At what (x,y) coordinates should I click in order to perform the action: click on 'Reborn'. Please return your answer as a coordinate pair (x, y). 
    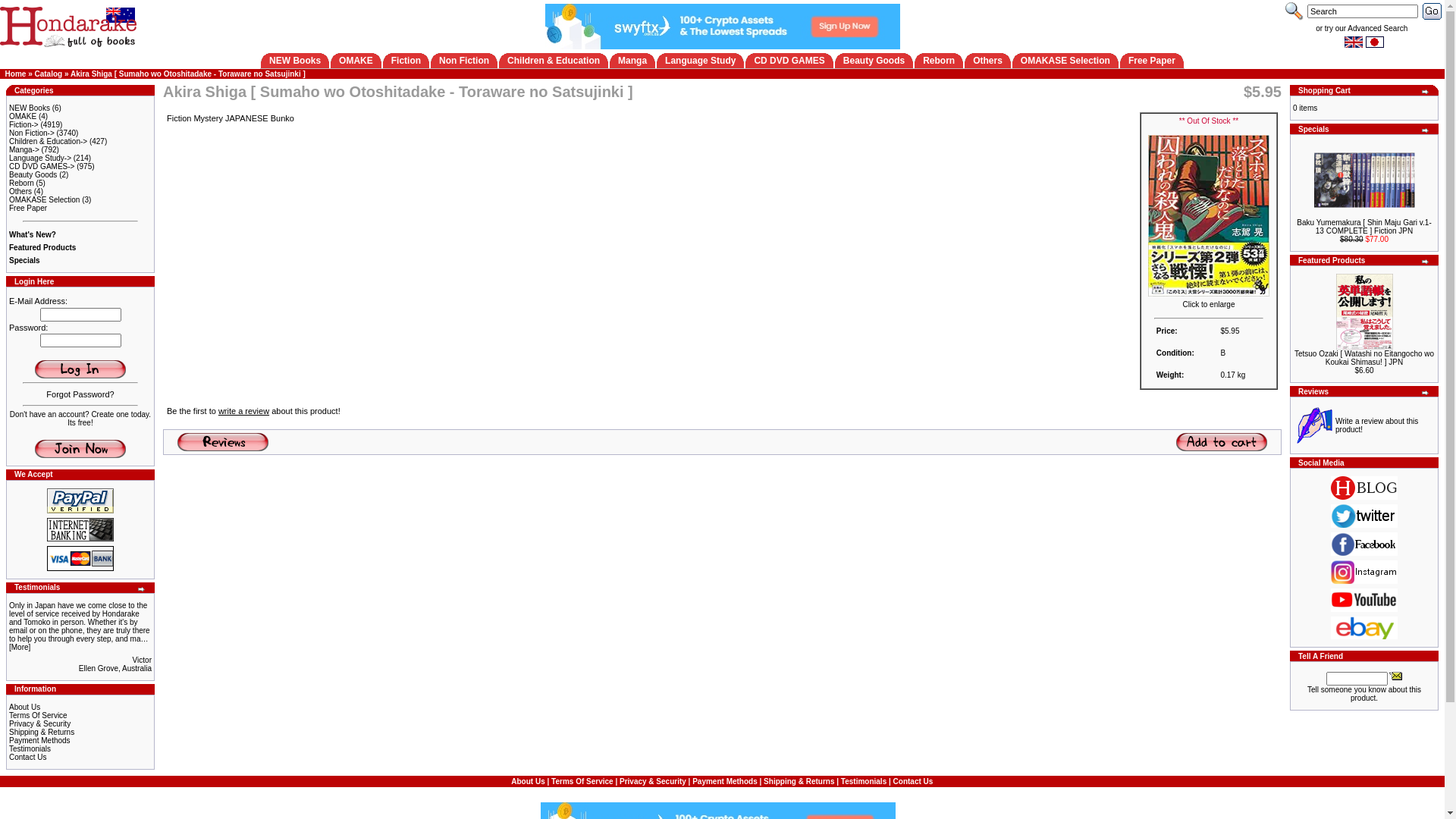
    Looking at the image, I should click on (9, 182).